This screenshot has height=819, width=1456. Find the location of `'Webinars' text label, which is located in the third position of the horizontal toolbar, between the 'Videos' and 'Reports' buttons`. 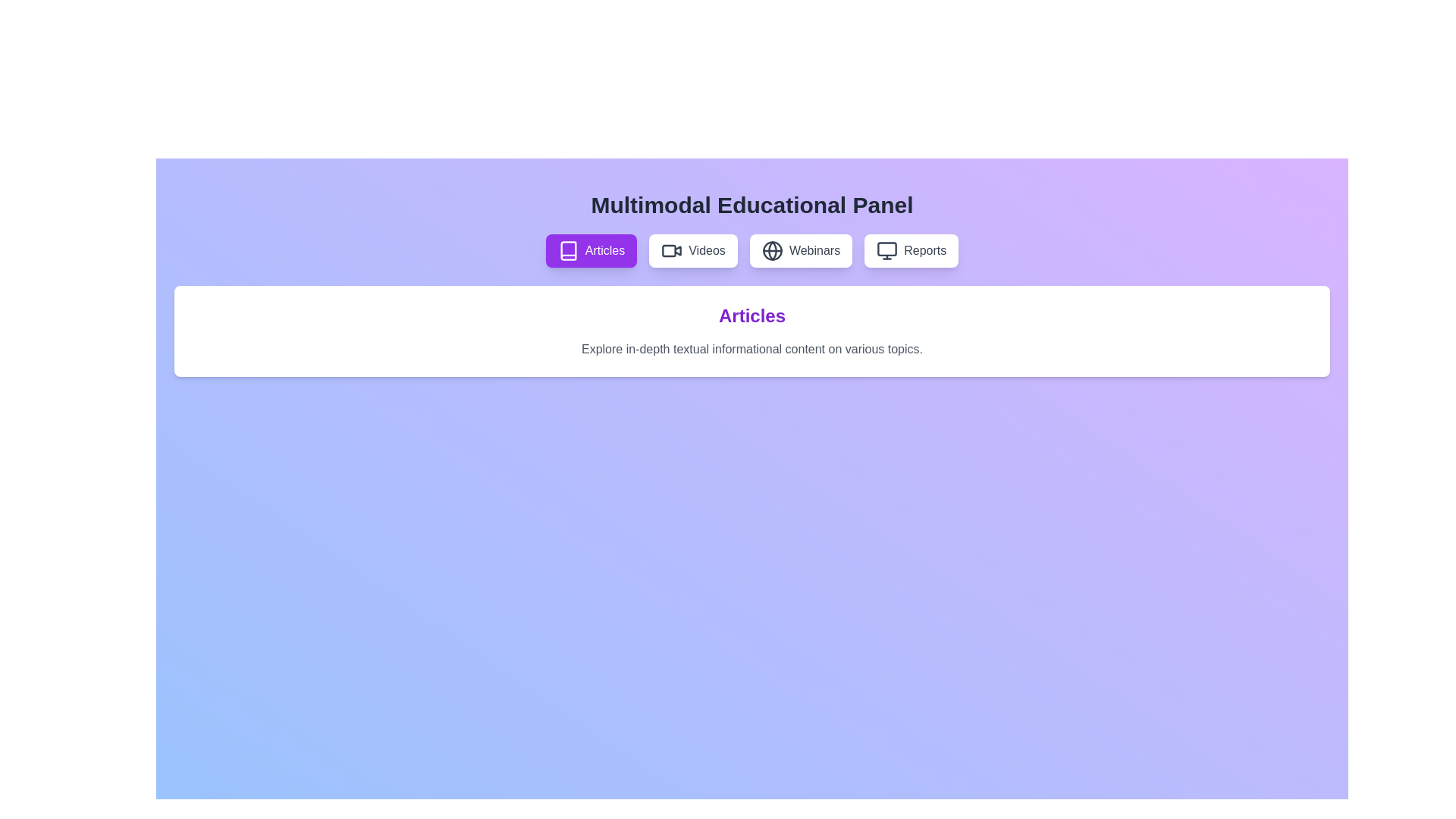

'Webinars' text label, which is located in the third position of the horizontal toolbar, between the 'Videos' and 'Reports' buttons is located at coordinates (814, 250).